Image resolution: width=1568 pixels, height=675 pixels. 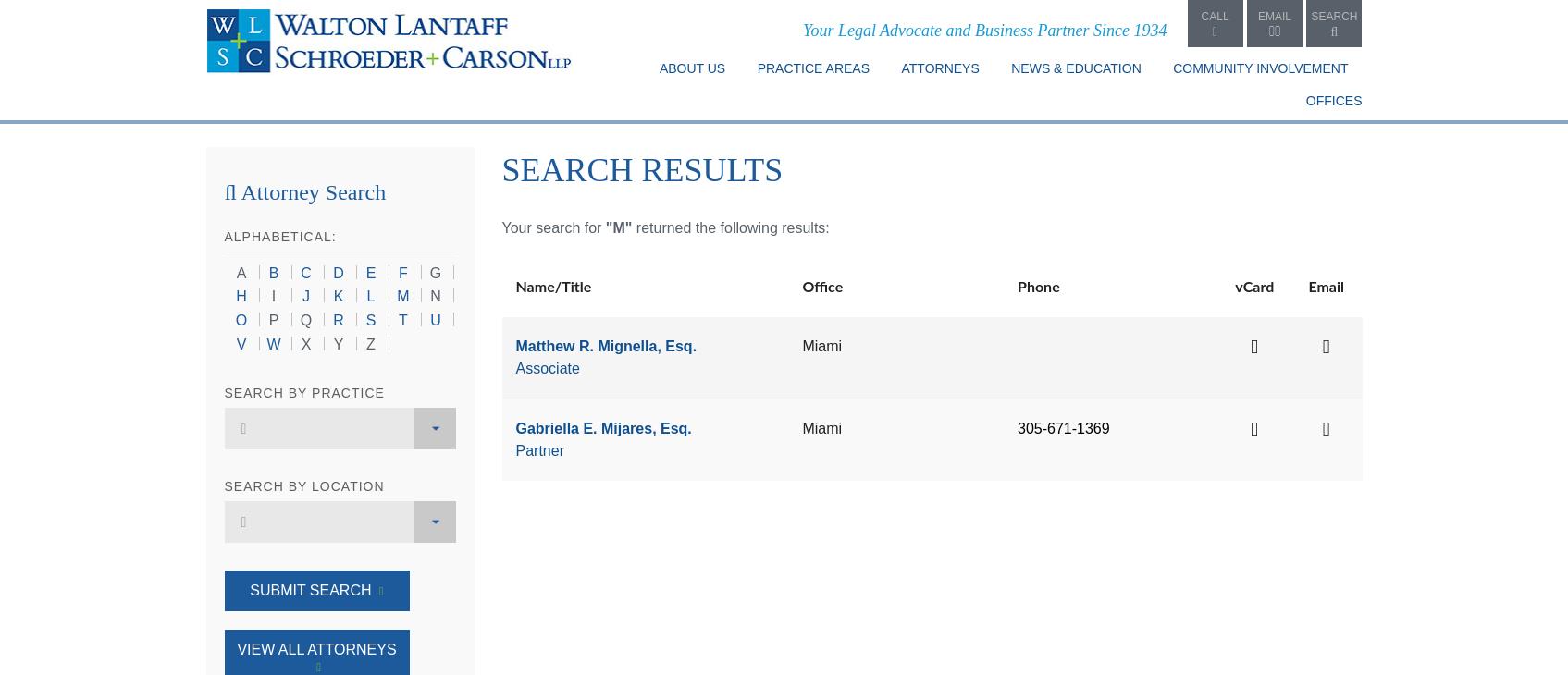 I want to click on 'Name/Title', so click(x=551, y=287).